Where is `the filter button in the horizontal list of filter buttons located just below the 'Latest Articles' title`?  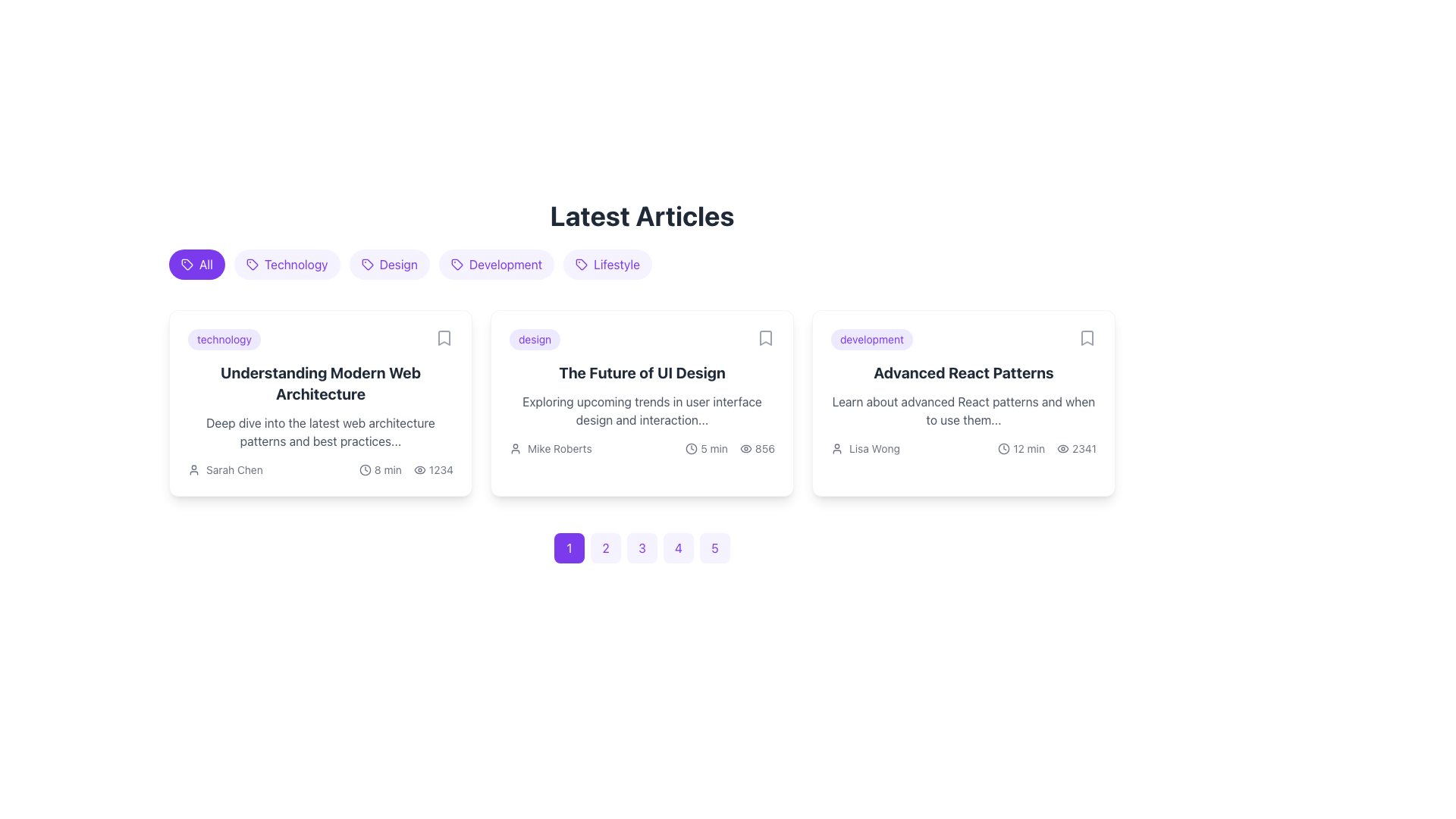 the filter button in the horizontal list of filter buttons located just below the 'Latest Articles' title is located at coordinates (642, 267).